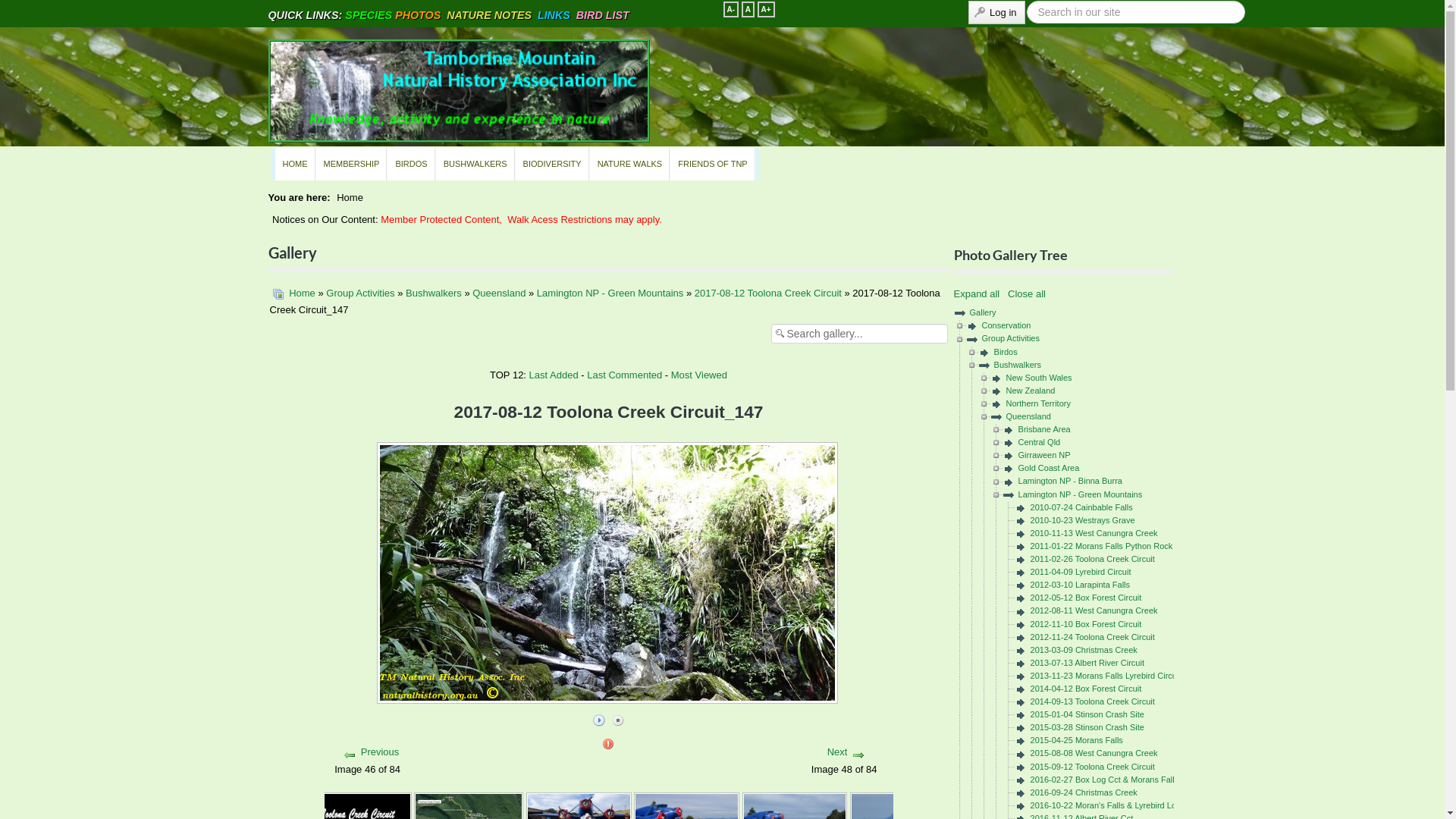  What do you see at coordinates (1083, 648) in the screenshot?
I see `'2013-03-09 Christmas Creek'` at bounding box center [1083, 648].